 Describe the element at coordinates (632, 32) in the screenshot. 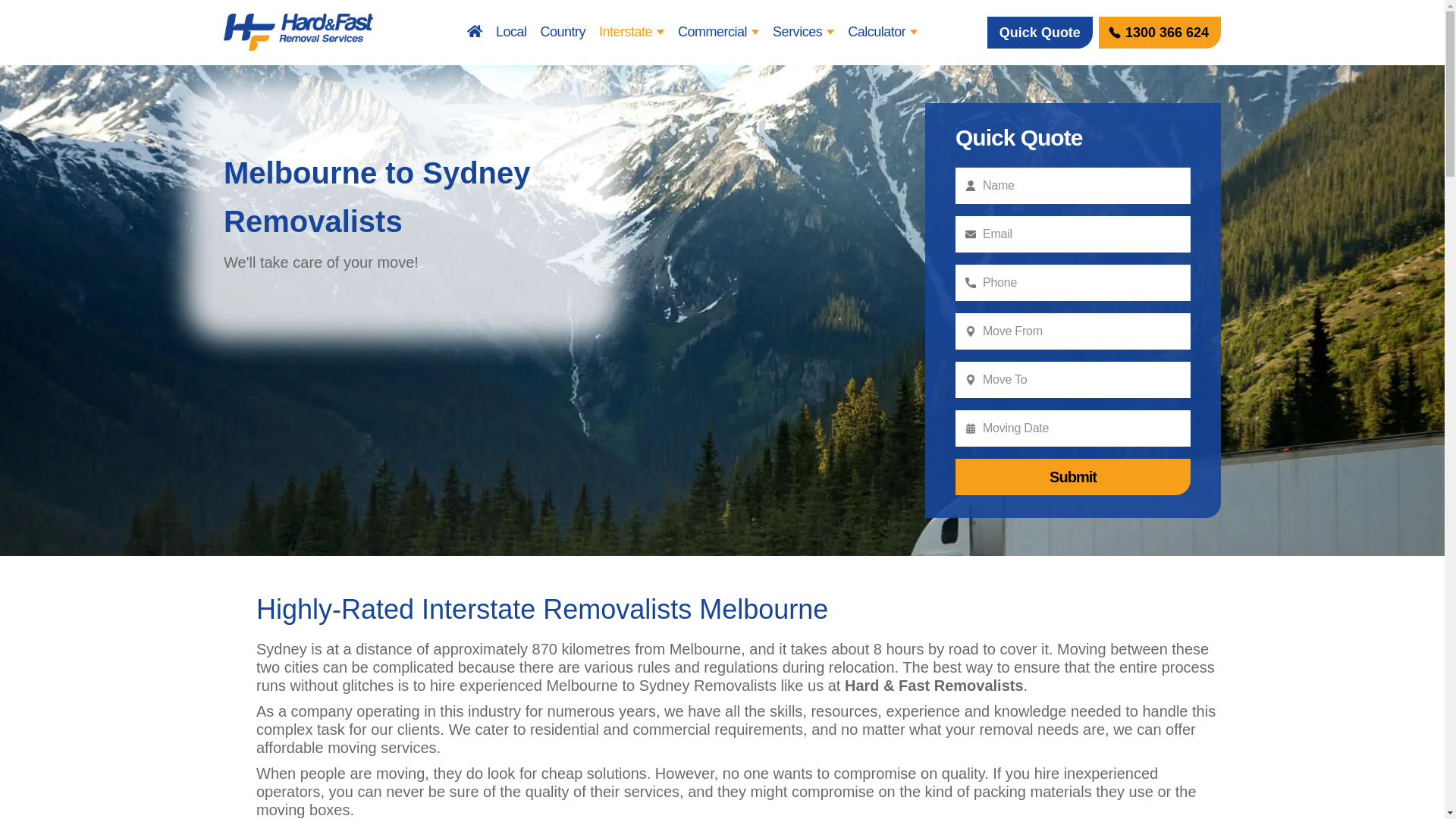

I see `'Interstate'` at that location.